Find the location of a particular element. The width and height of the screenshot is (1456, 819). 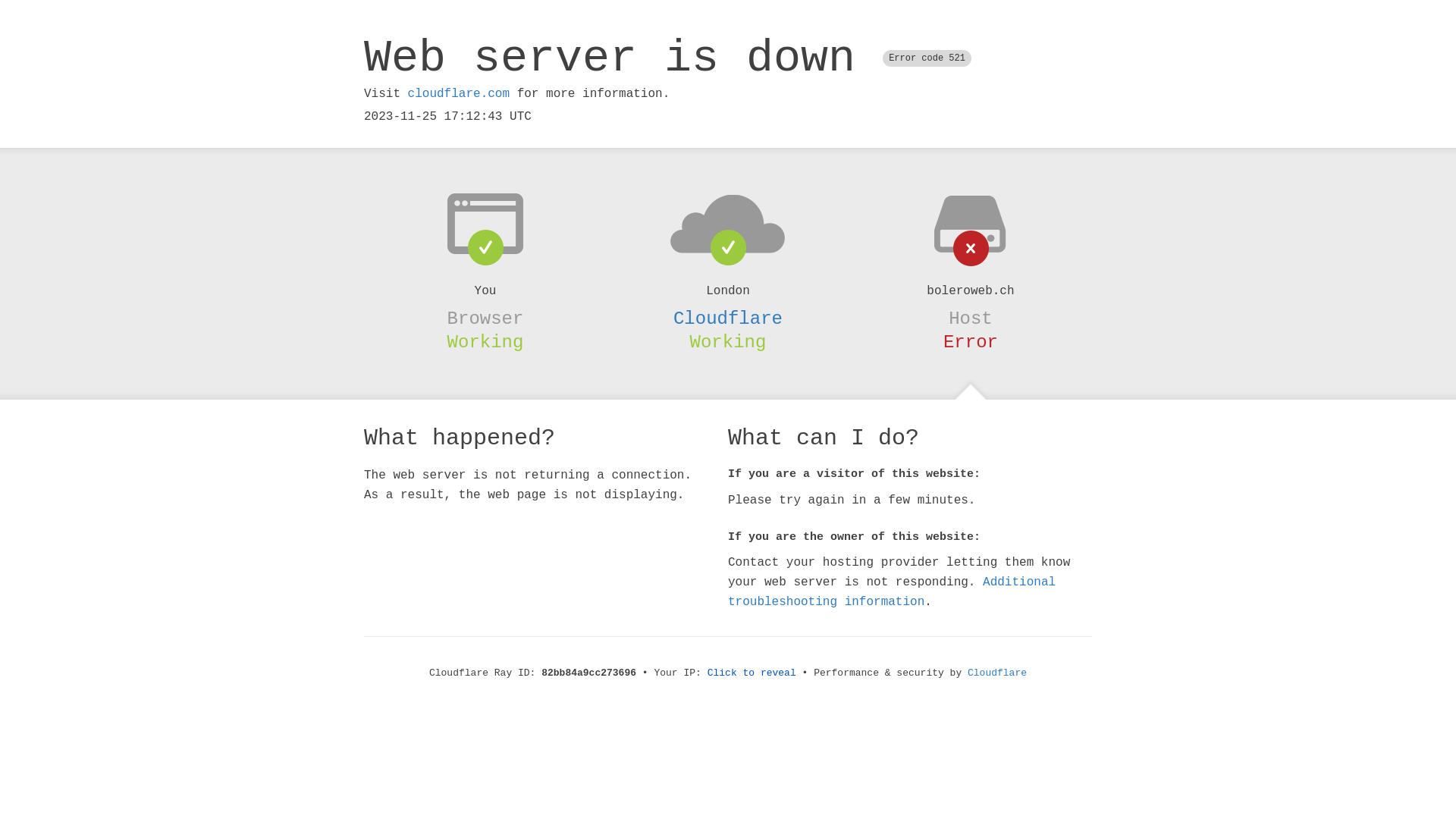

'Additional troubleshooting information' is located at coordinates (892, 591).